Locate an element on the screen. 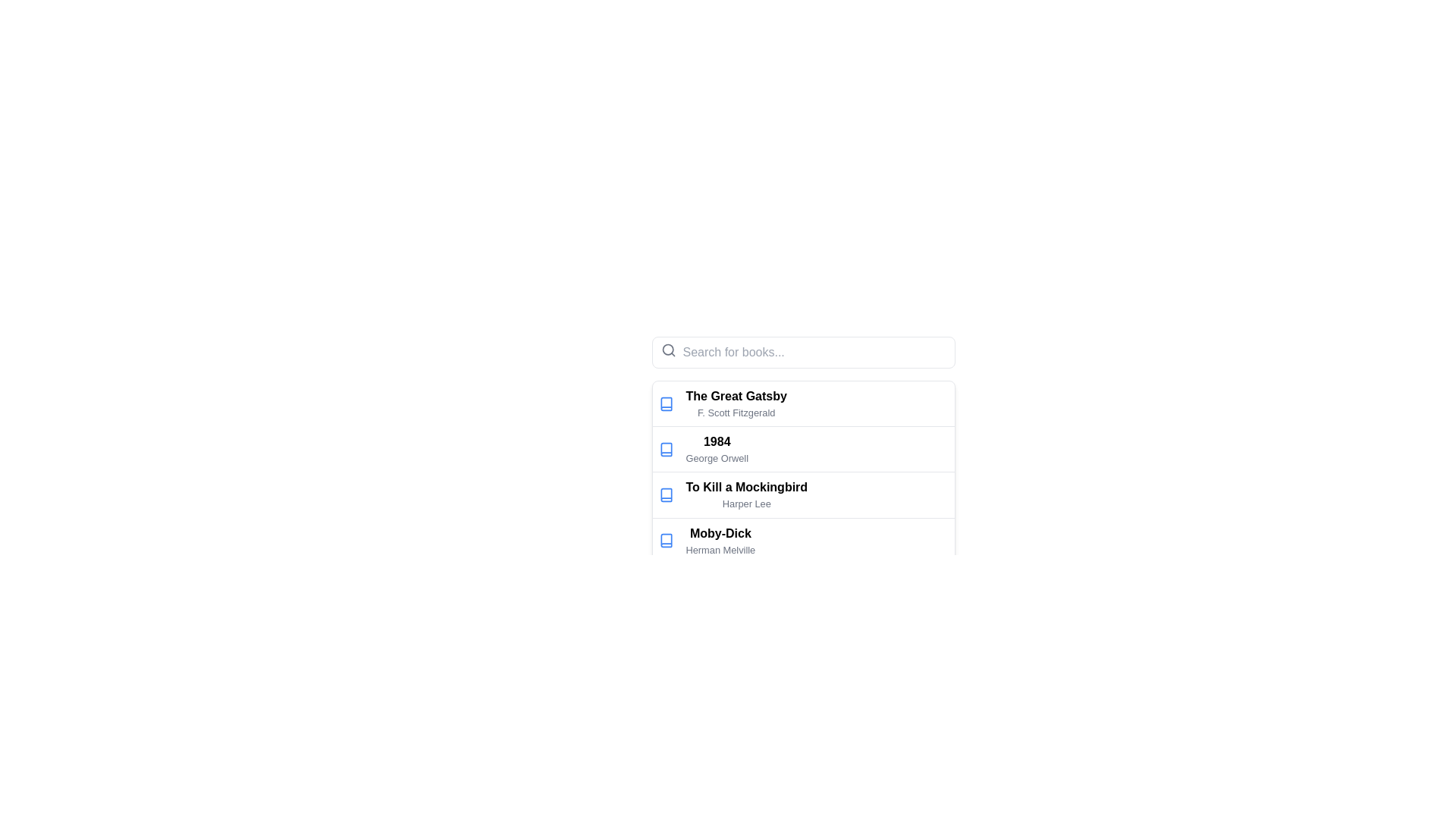 The image size is (1456, 819). the blue book icon located to the left of the text '1984' by George Orwell is located at coordinates (666, 448).